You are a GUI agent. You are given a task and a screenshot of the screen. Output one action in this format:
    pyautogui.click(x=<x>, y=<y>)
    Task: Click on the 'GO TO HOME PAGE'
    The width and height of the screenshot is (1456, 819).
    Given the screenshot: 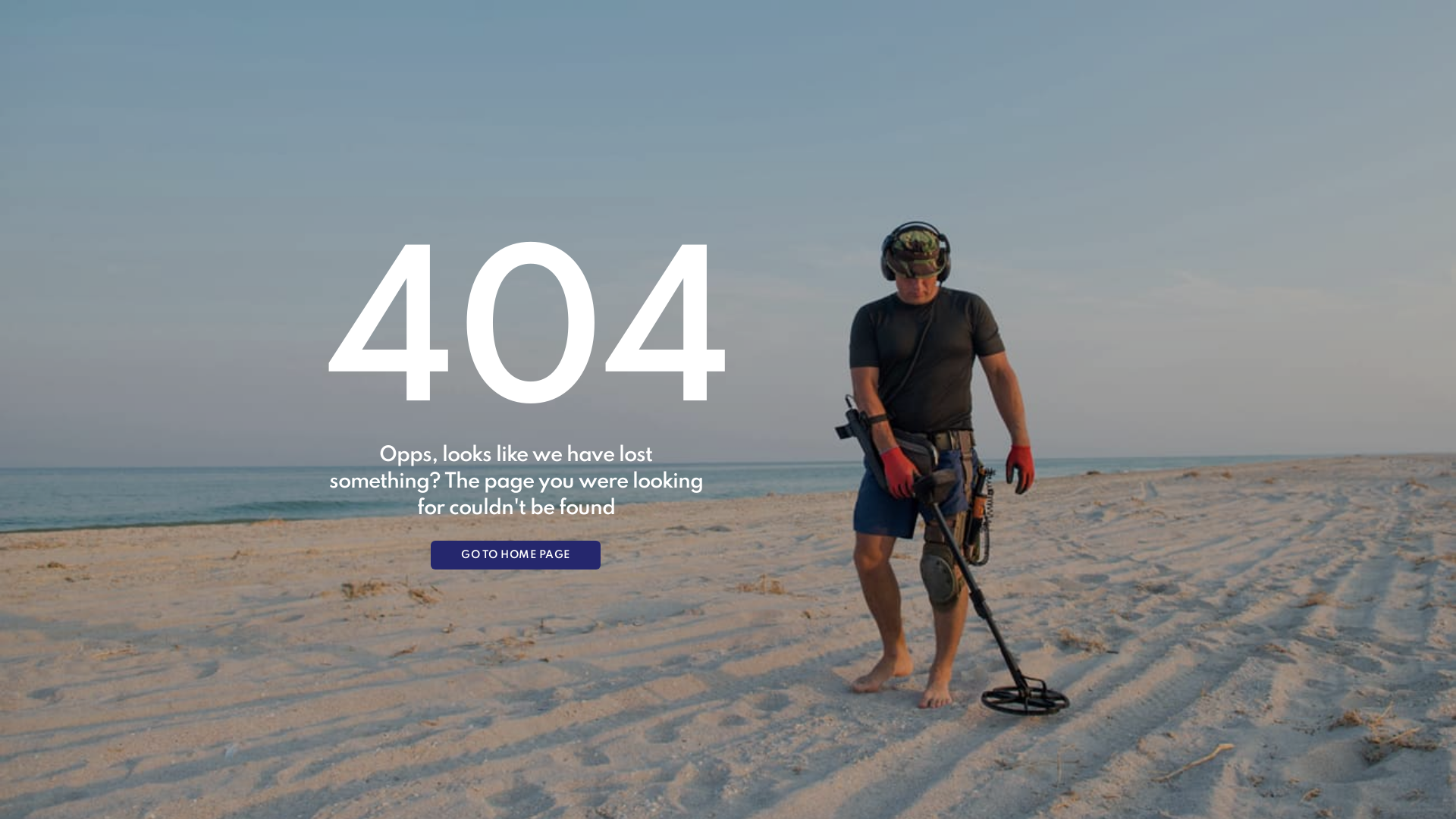 What is the action you would take?
    pyautogui.click(x=516, y=555)
    